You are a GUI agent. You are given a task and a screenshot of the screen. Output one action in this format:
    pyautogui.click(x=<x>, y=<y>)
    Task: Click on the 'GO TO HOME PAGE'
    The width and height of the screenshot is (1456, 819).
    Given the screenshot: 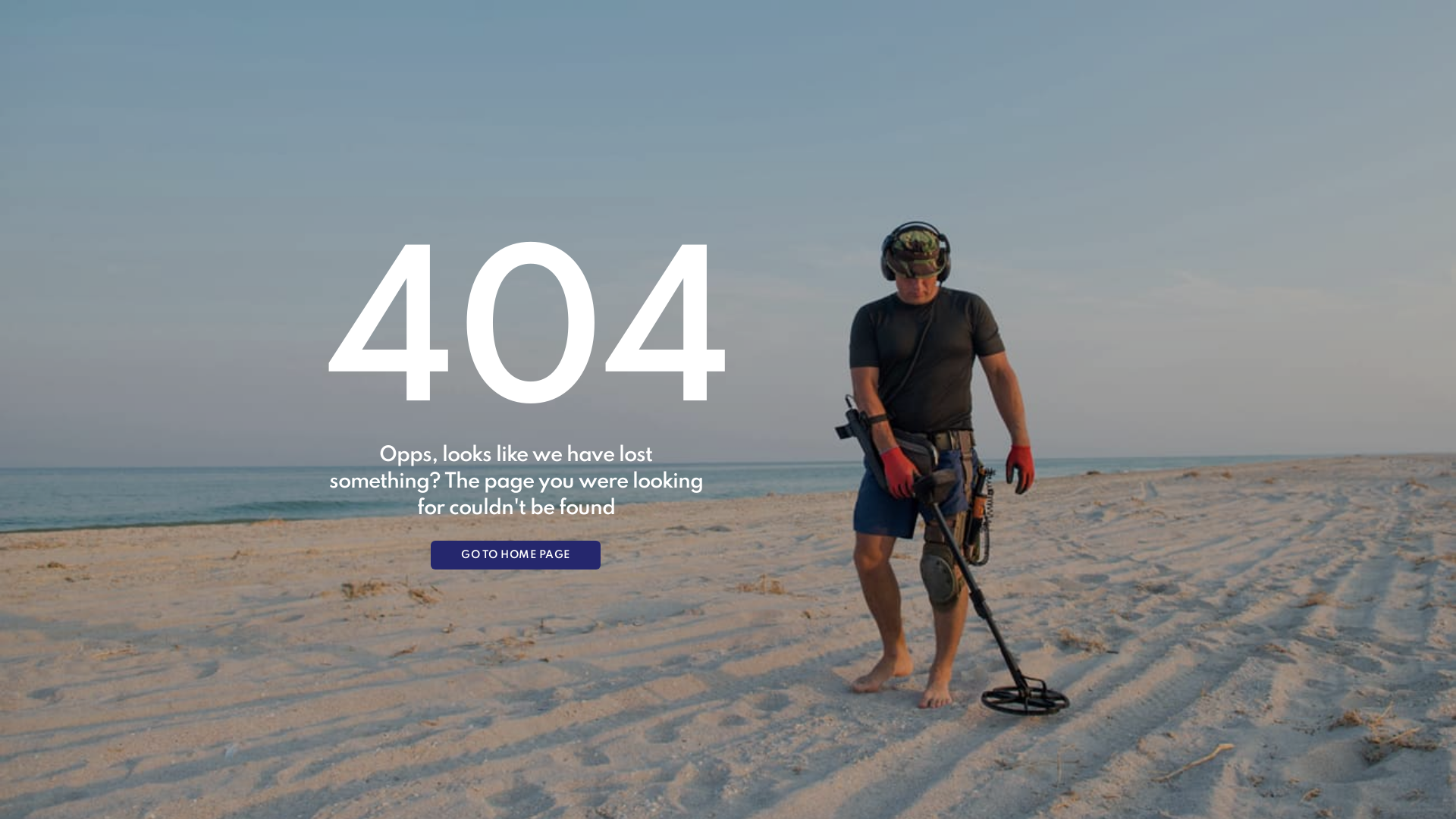 What is the action you would take?
    pyautogui.click(x=516, y=555)
    